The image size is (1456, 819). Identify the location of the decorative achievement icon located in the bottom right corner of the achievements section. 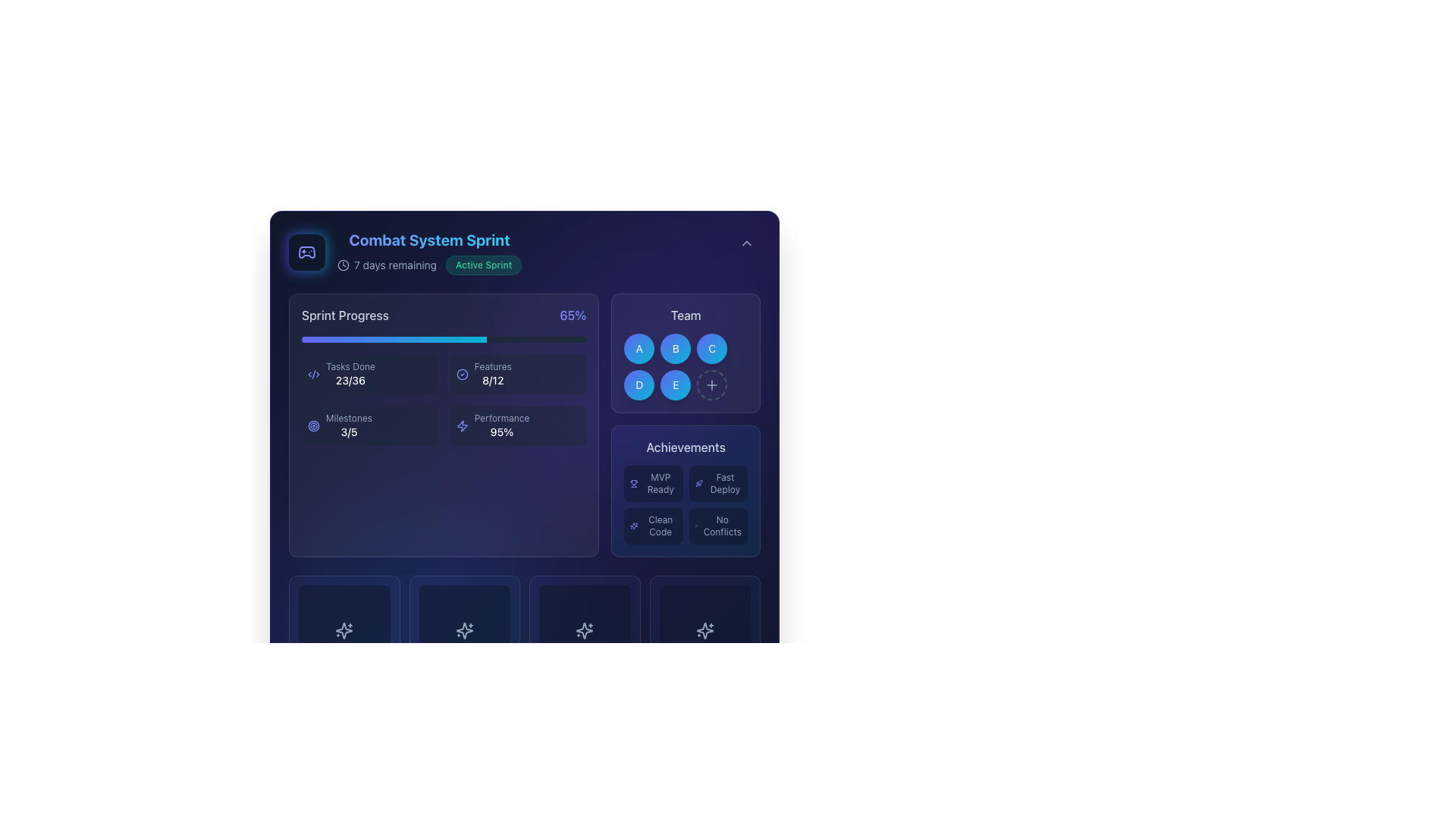
(704, 631).